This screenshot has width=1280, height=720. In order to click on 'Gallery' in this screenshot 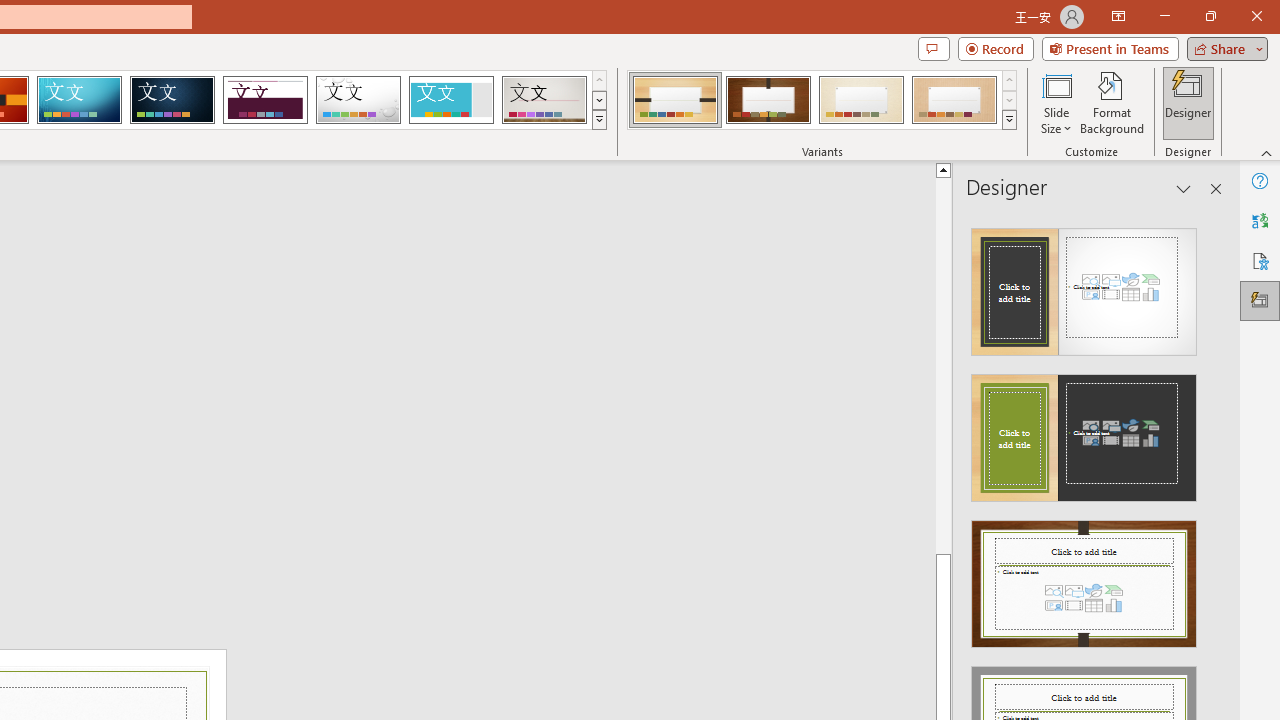, I will do `click(544, 100)`.